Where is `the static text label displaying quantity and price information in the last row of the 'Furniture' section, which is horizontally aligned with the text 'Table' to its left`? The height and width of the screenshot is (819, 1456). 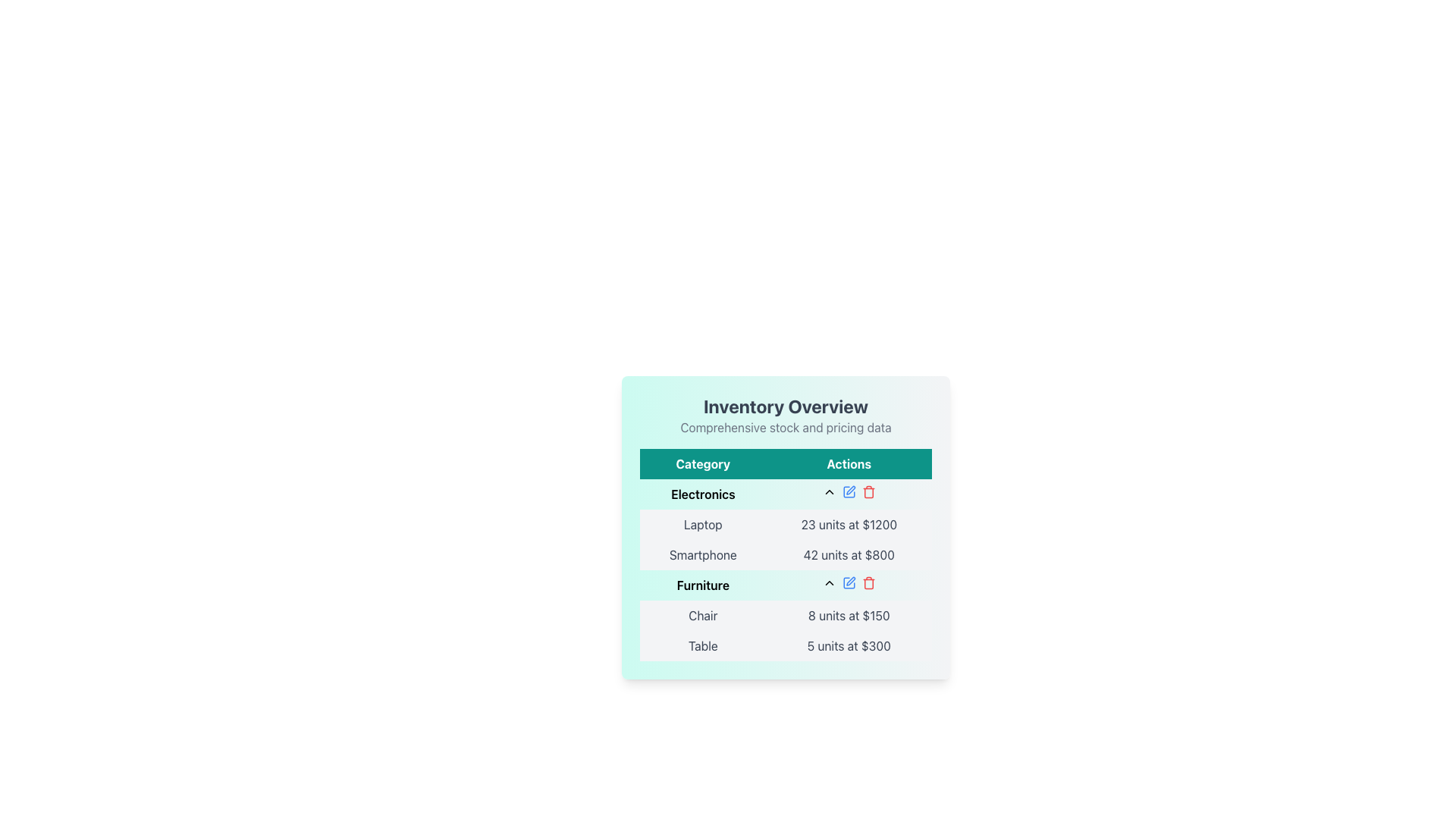
the static text label displaying quantity and price information in the last row of the 'Furniture' section, which is horizontally aligned with the text 'Table' to its left is located at coordinates (848, 646).